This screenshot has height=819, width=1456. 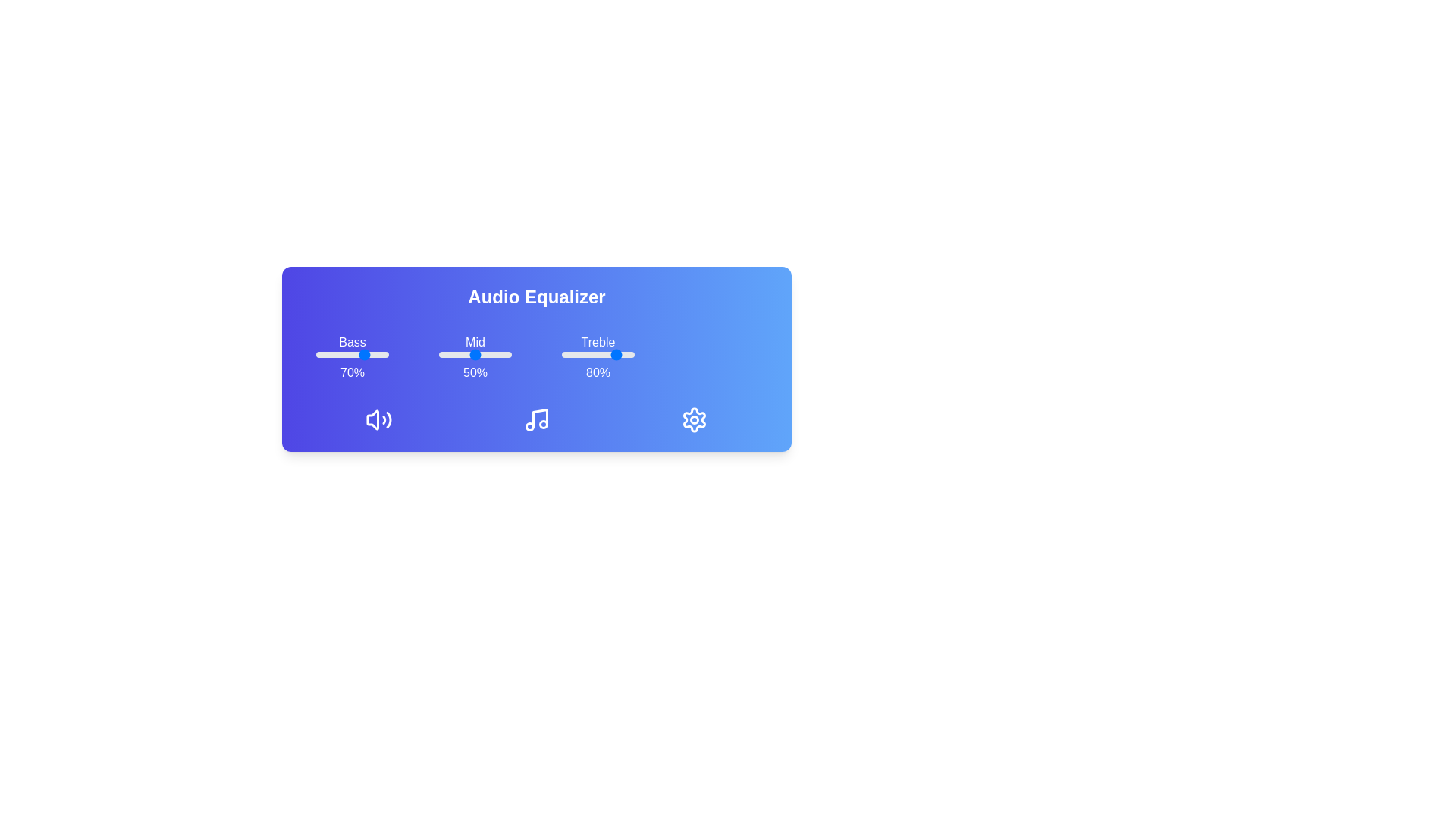 I want to click on the bass slider to 91%, where 91 is a value between 0 and 100, so click(x=382, y=354).